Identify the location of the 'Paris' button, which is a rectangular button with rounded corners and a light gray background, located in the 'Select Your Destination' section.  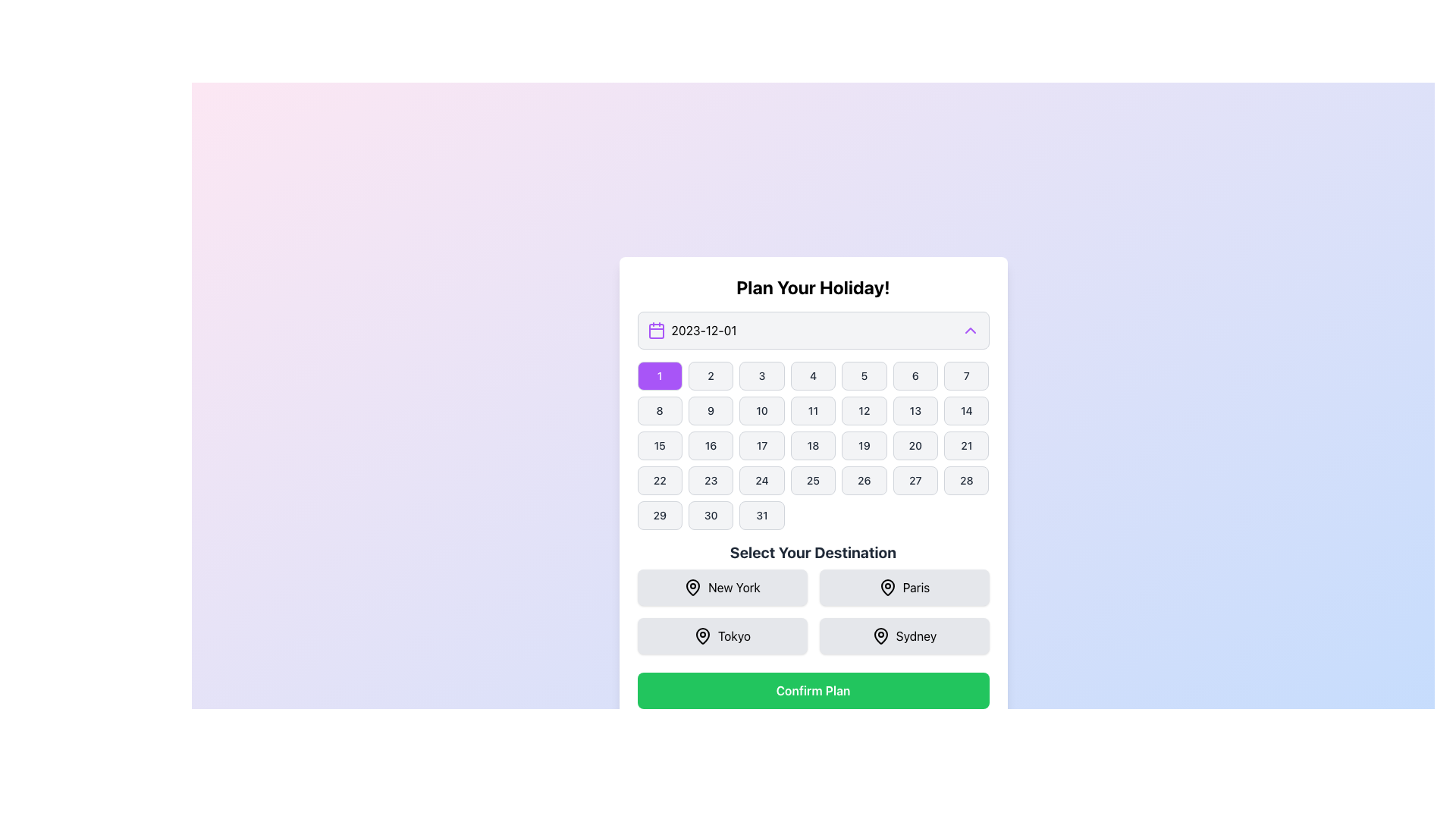
(904, 587).